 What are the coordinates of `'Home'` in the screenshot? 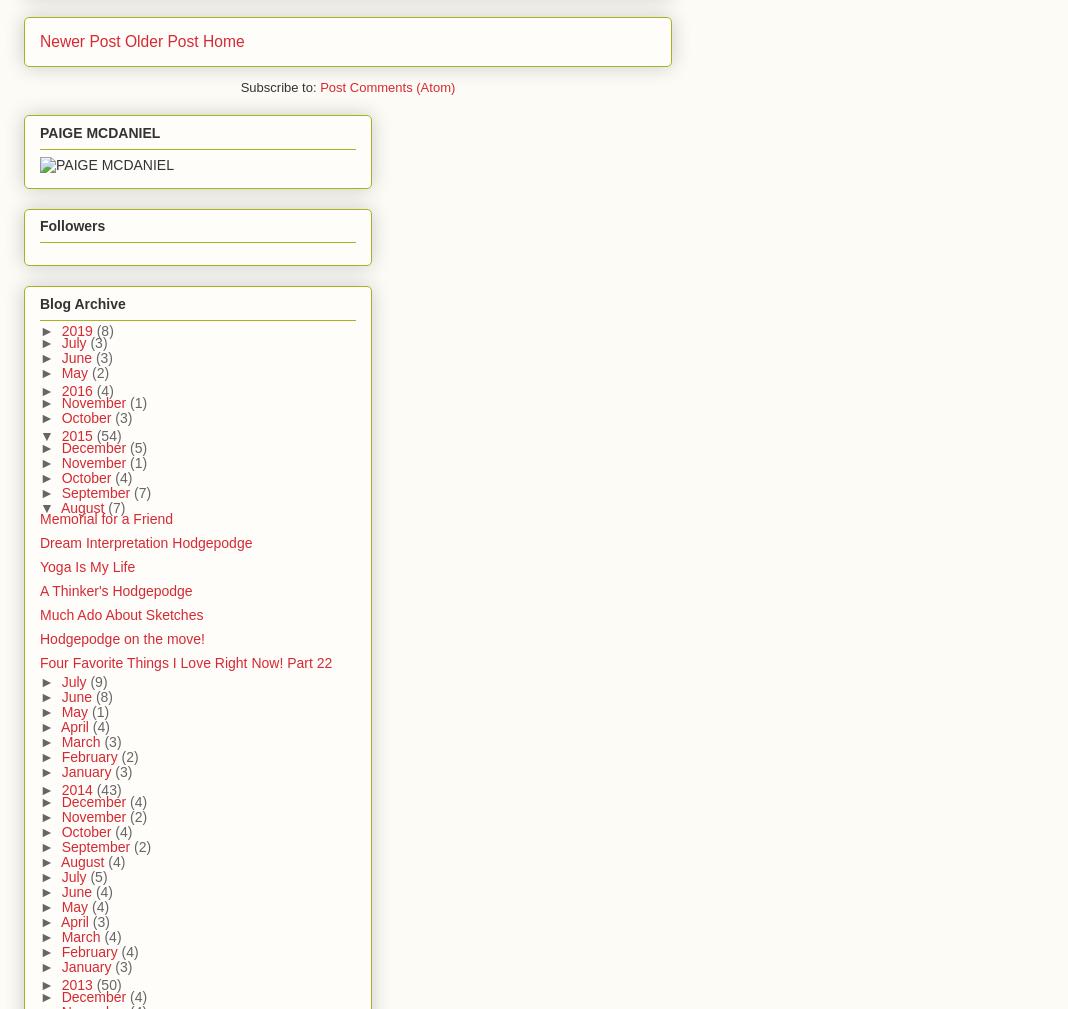 It's located at (222, 40).